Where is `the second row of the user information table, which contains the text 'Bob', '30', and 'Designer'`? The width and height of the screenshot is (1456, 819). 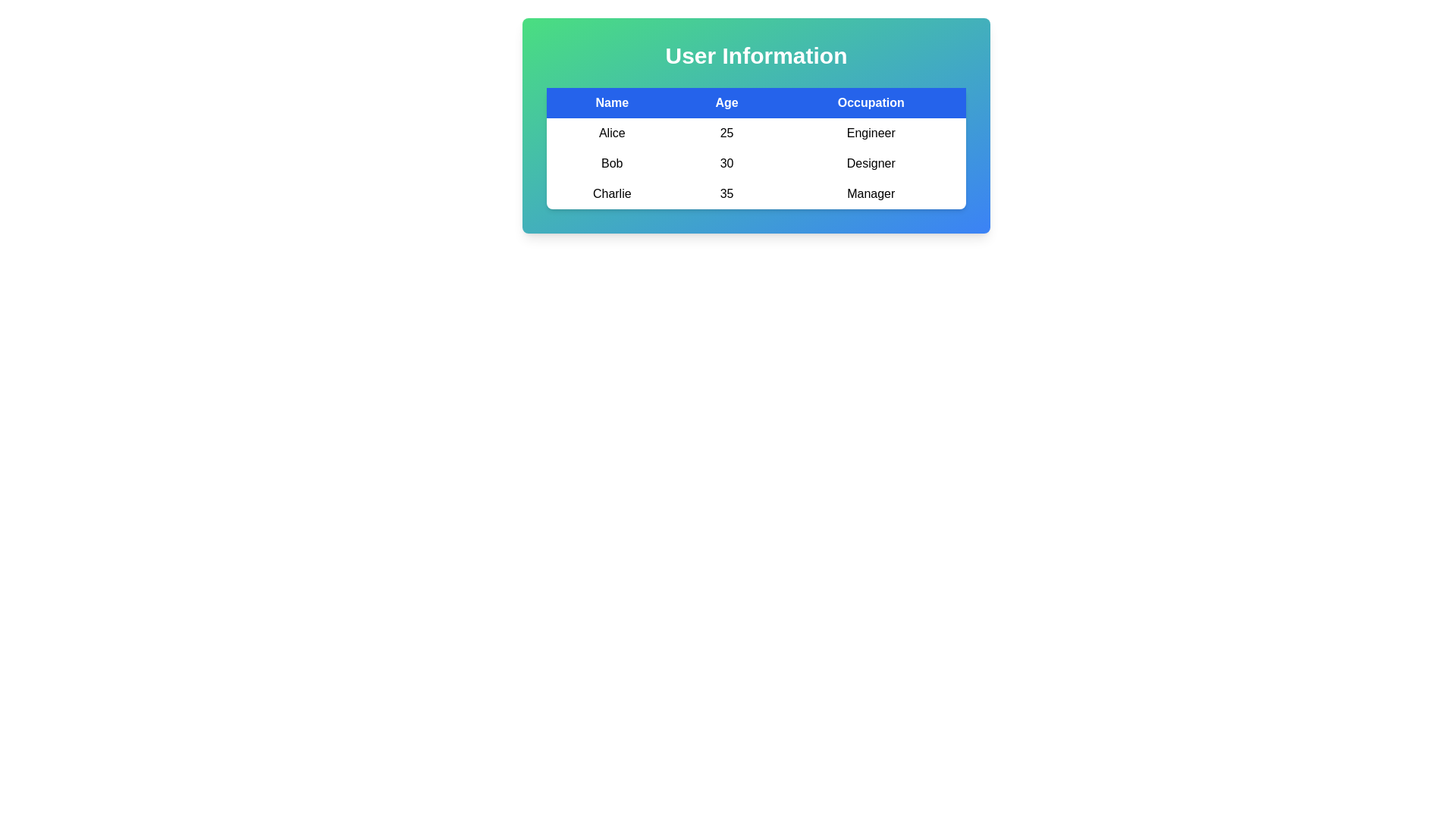 the second row of the user information table, which contains the text 'Bob', '30', and 'Designer' is located at coordinates (756, 164).